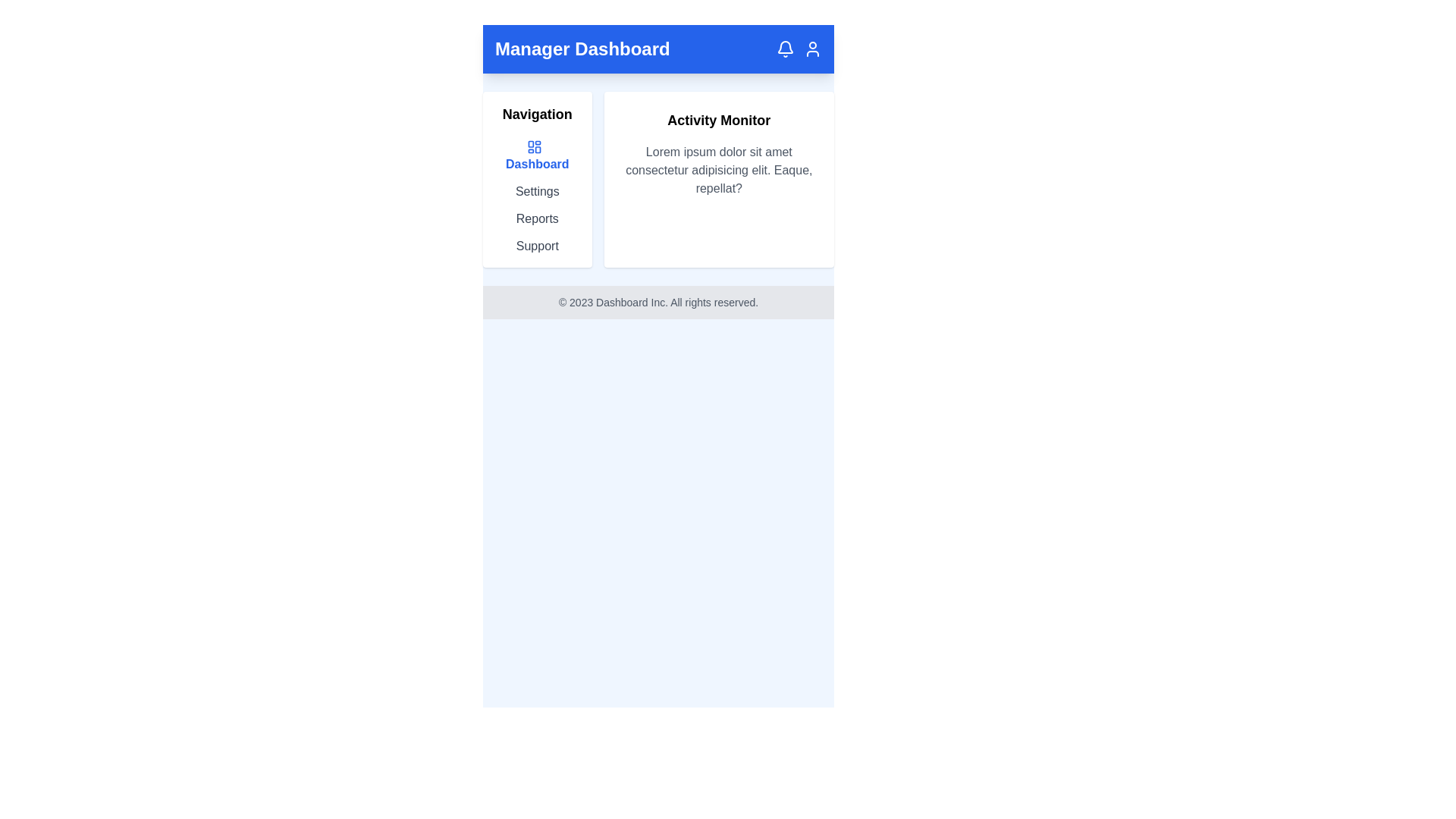 Image resolution: width=1456 pixels, height=819 pixels. I want to click on the 'Manager Dashboard' text label located on the top bar, which is styled in bold, large white font against a blue background, so click(582, 49).